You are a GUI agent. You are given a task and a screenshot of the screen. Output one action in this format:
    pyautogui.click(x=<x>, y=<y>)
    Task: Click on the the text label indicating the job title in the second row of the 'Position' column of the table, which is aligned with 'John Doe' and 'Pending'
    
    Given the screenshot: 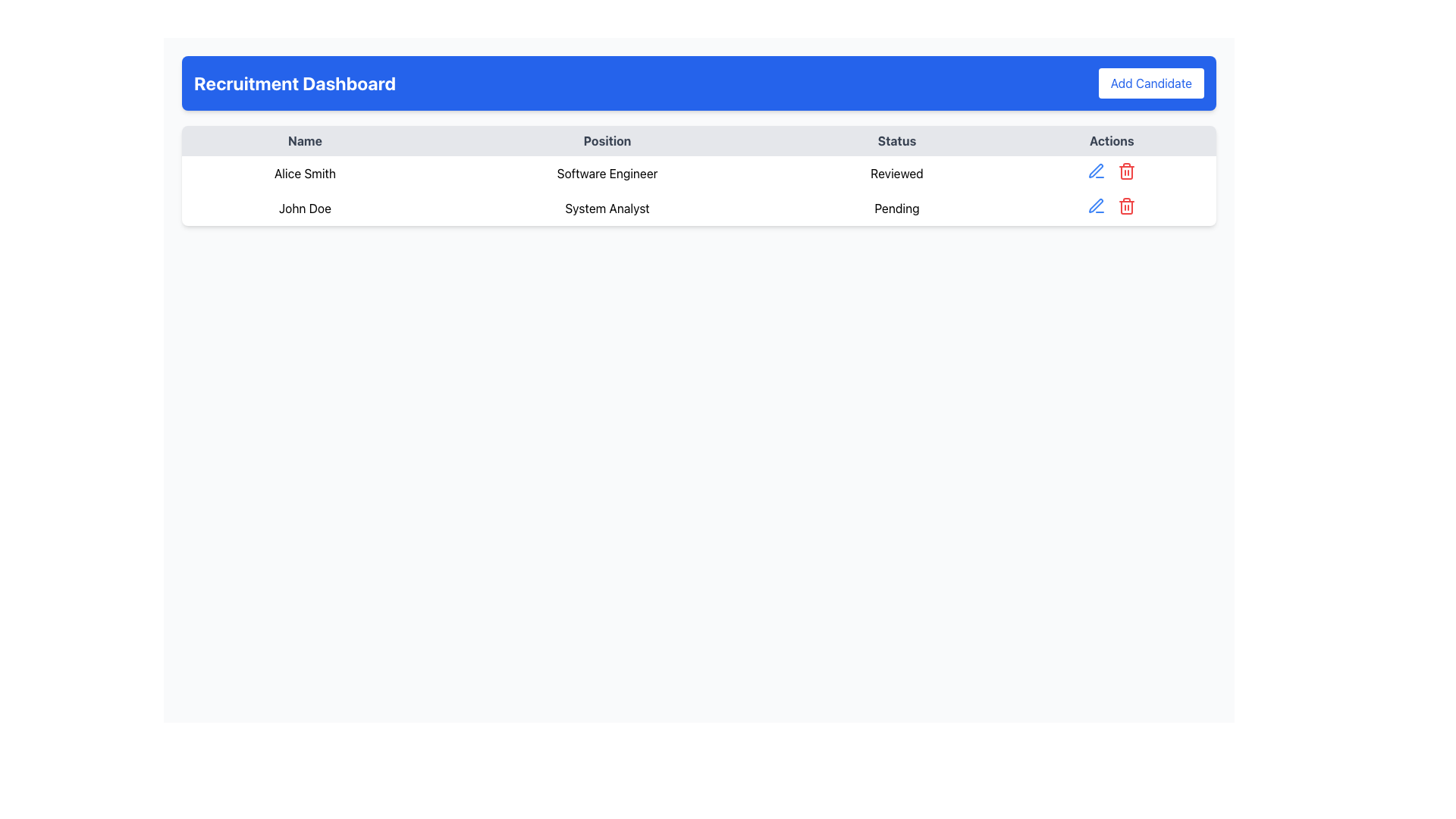 What is the action you would take?
    pyautogui.click(x=607, y=208)
    